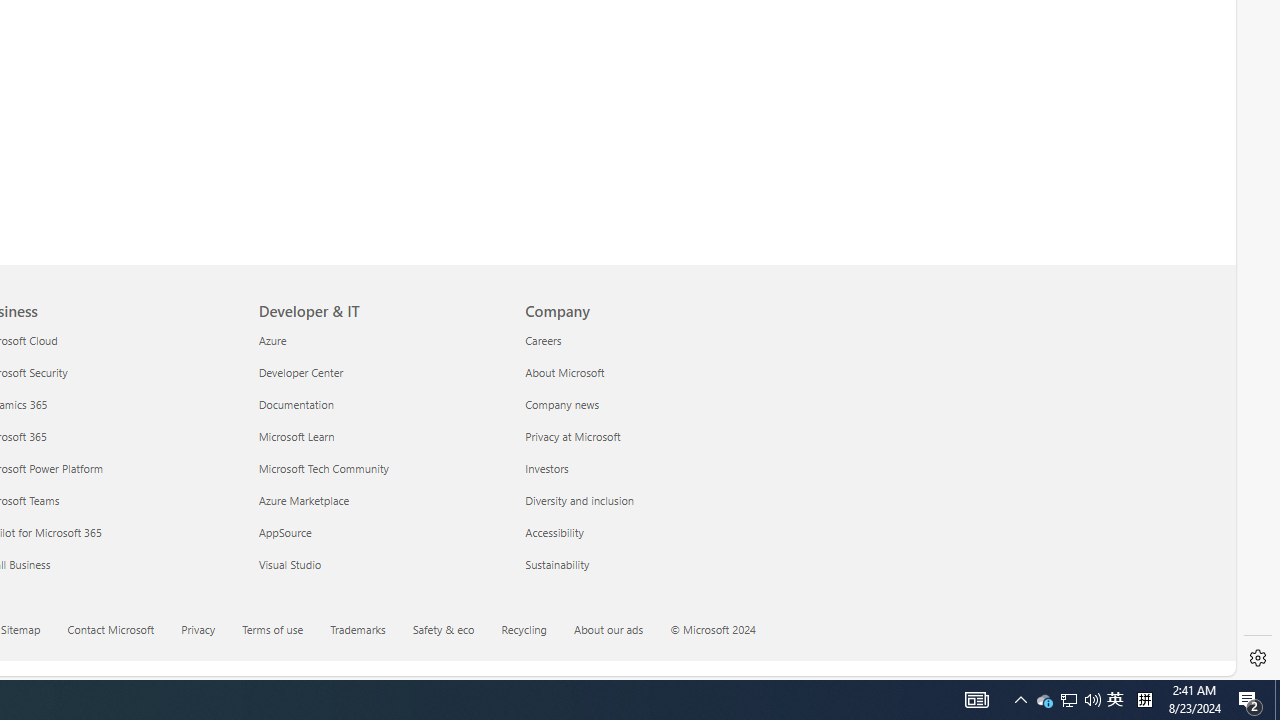  What do you see at coordinates (646, 564) in the screenshot?
I see `'Sustainability'` at bounding box center [646, 564].